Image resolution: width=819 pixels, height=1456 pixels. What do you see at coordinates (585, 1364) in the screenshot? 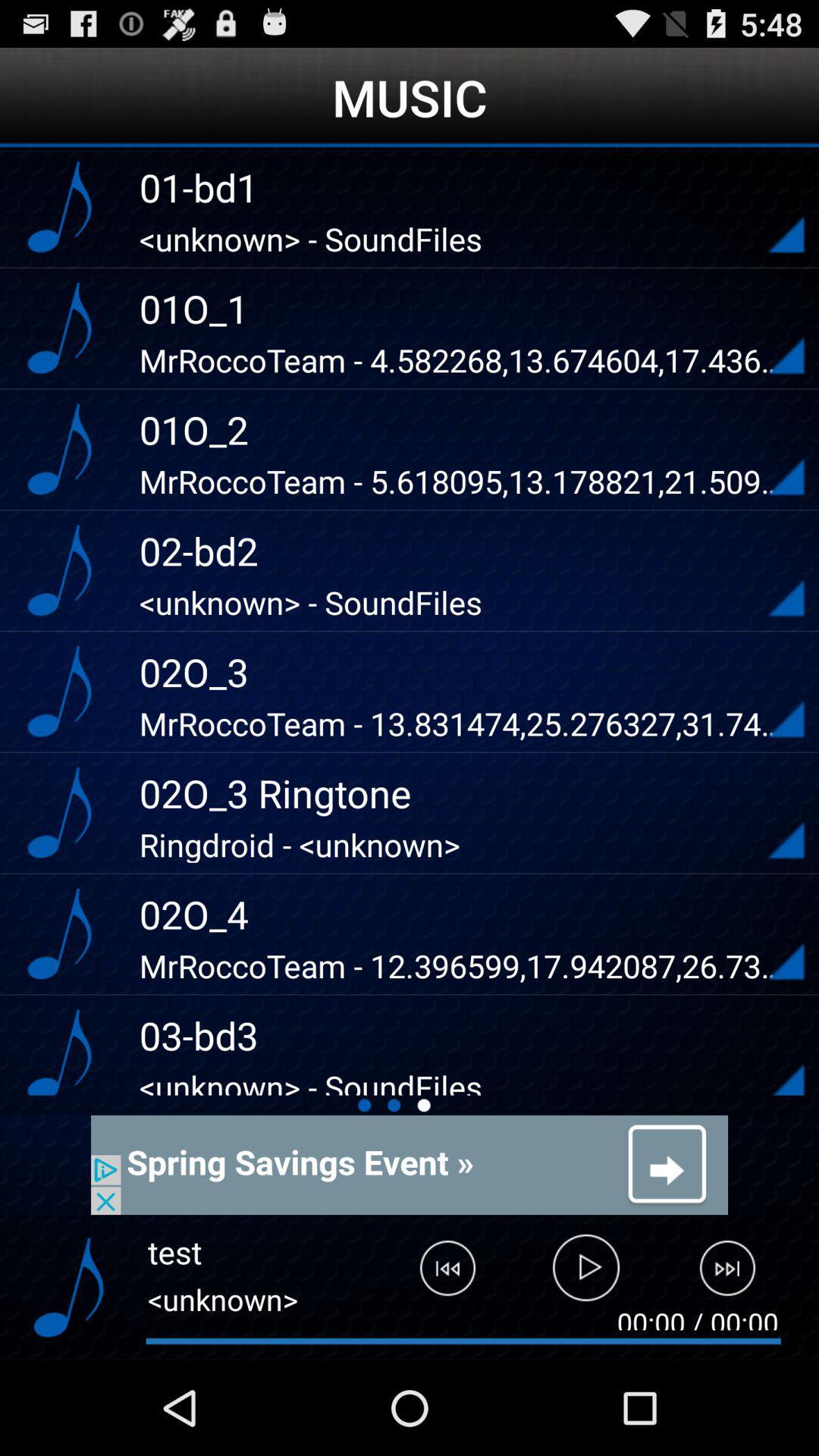
I see `the play icon` at bounding box center [585, 1364].